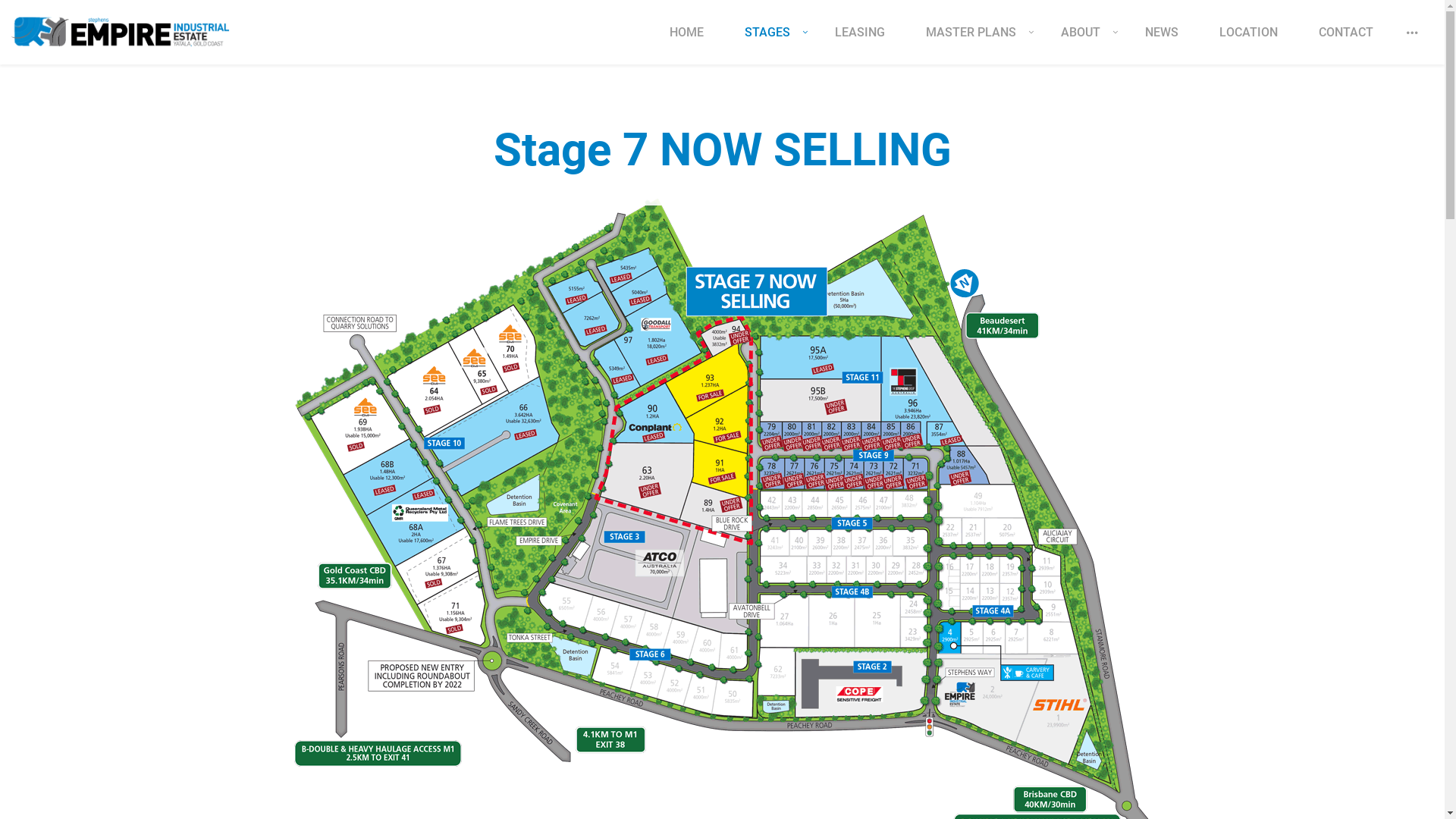  What do you see at coordinates (1081, 42) in the screenshot?
I see `'ABOUT'` at bounding box center [1081, 42].